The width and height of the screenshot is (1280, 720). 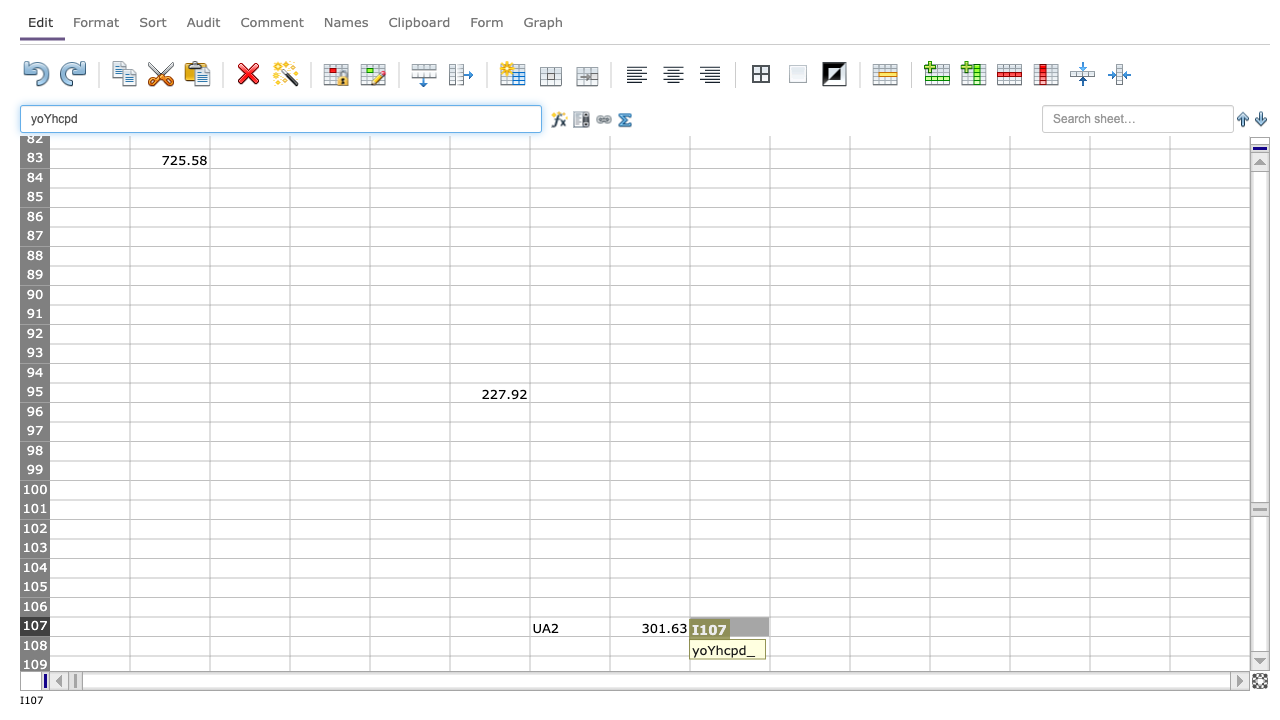 I want to click on Lower right of K108, so click(x=929, y=655).